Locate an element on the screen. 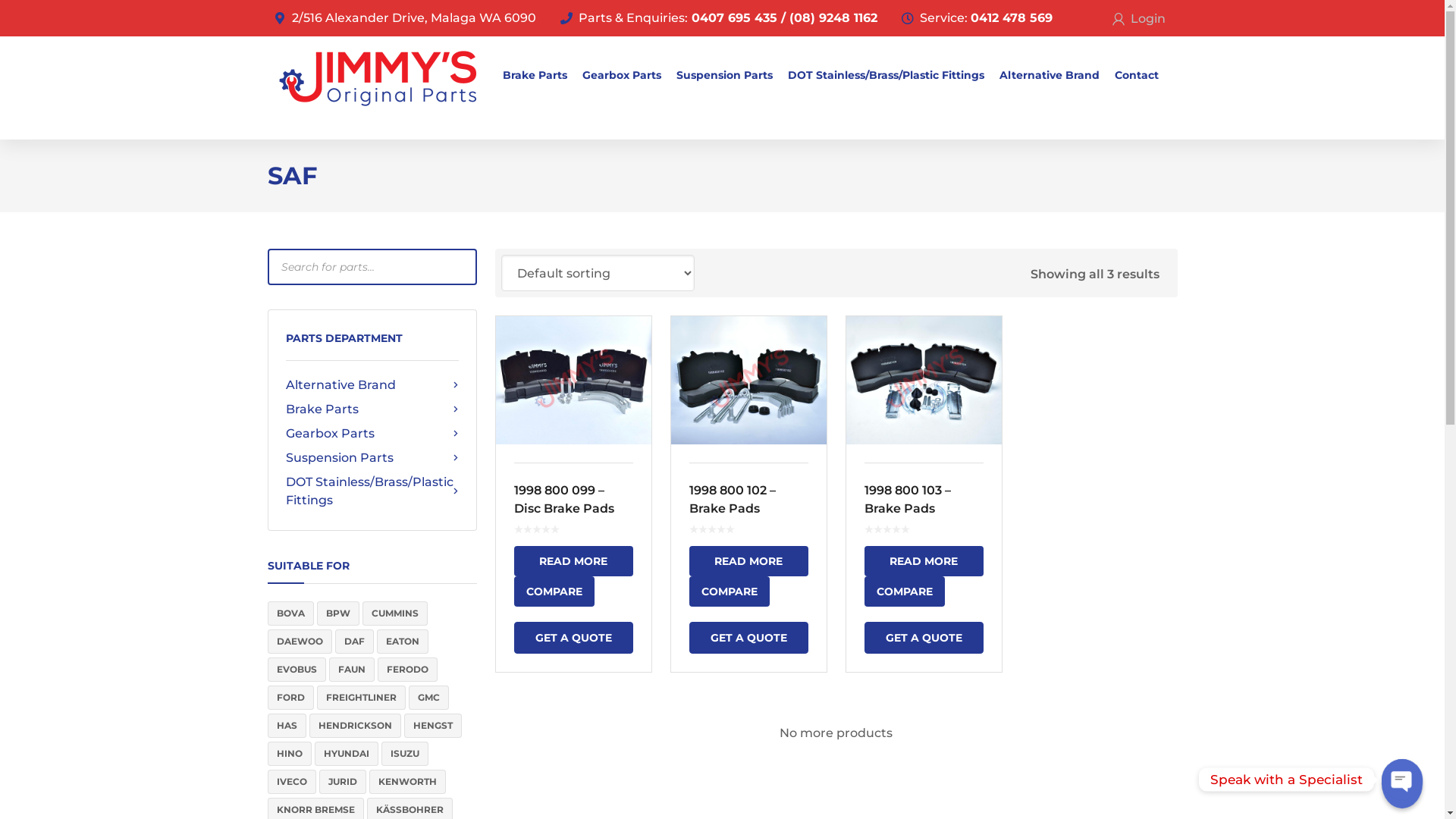  'GMC' is located at coordinates (427, 698).